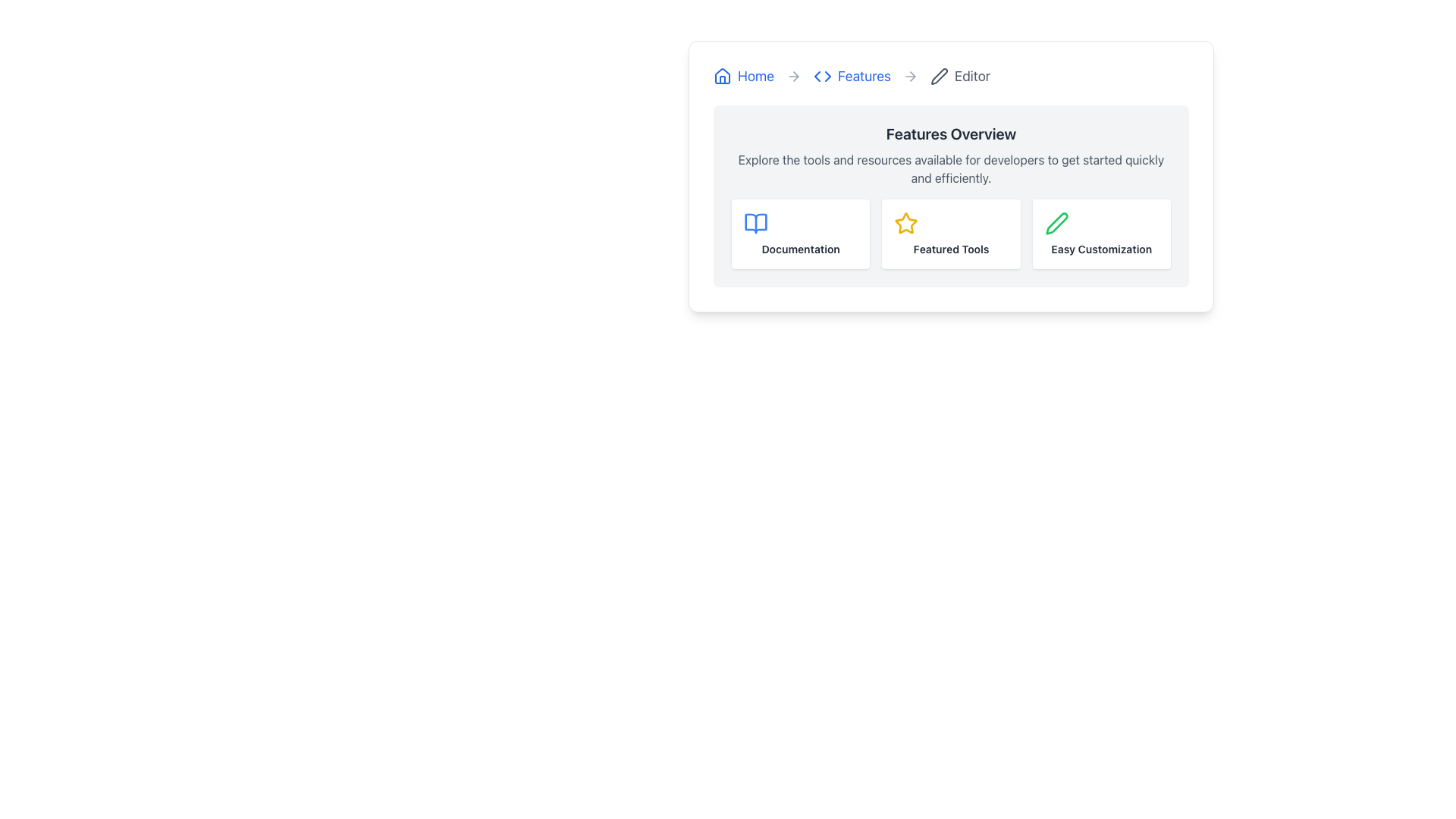 Image resolution: width=1456 pixels, height=819 pixels. Describe the element at coordinates (1056, 223) in the screenshot. I see `the customization icon located below the 'Features Overview' heading, which is the last icon in a row of three, to the right of 'Featured Tools' and below 'Easy Customization'` at that location.